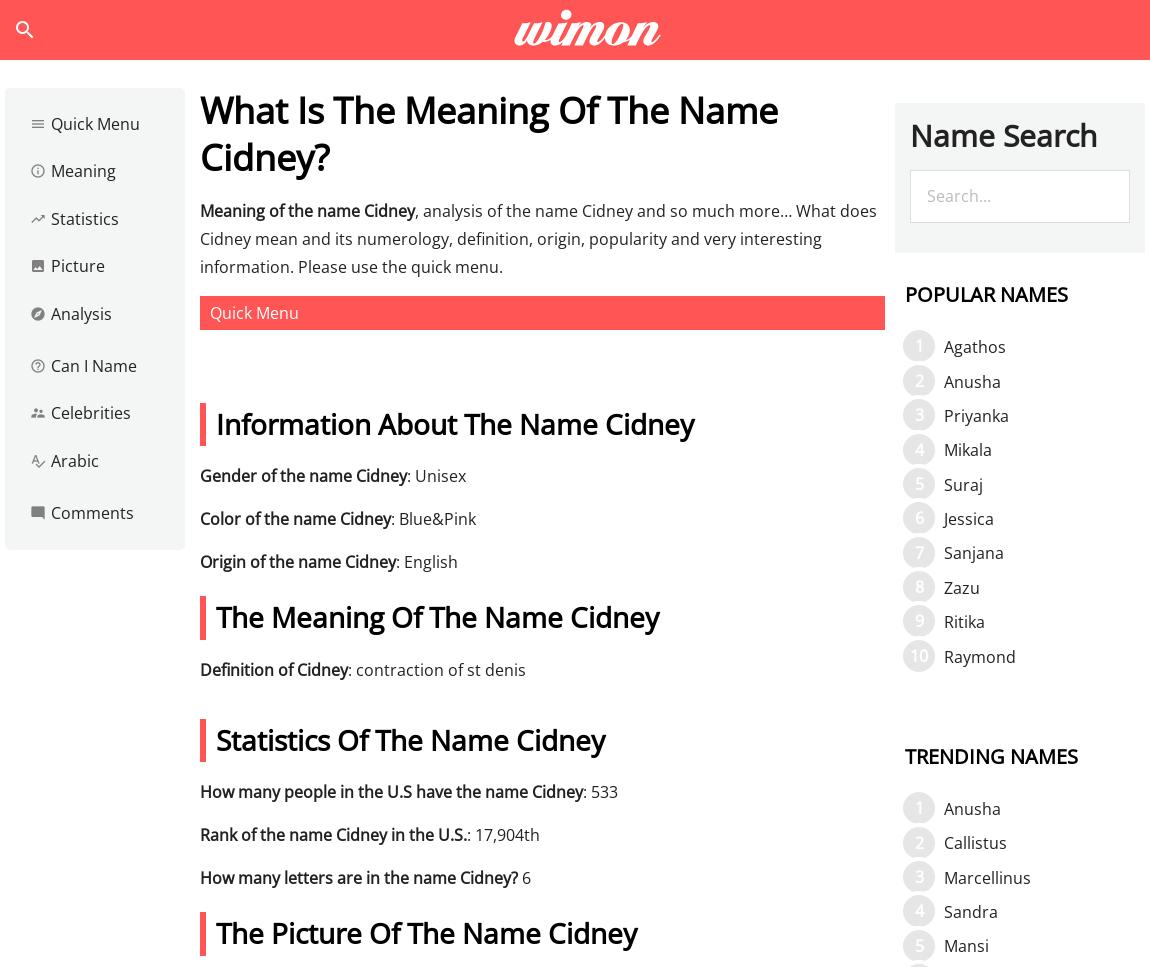 The height and width of the screenshot is (967, 1150). Describe the element at coordinates (433, 517) in the screenshot. I see `': Blue&Pink'` at that location.